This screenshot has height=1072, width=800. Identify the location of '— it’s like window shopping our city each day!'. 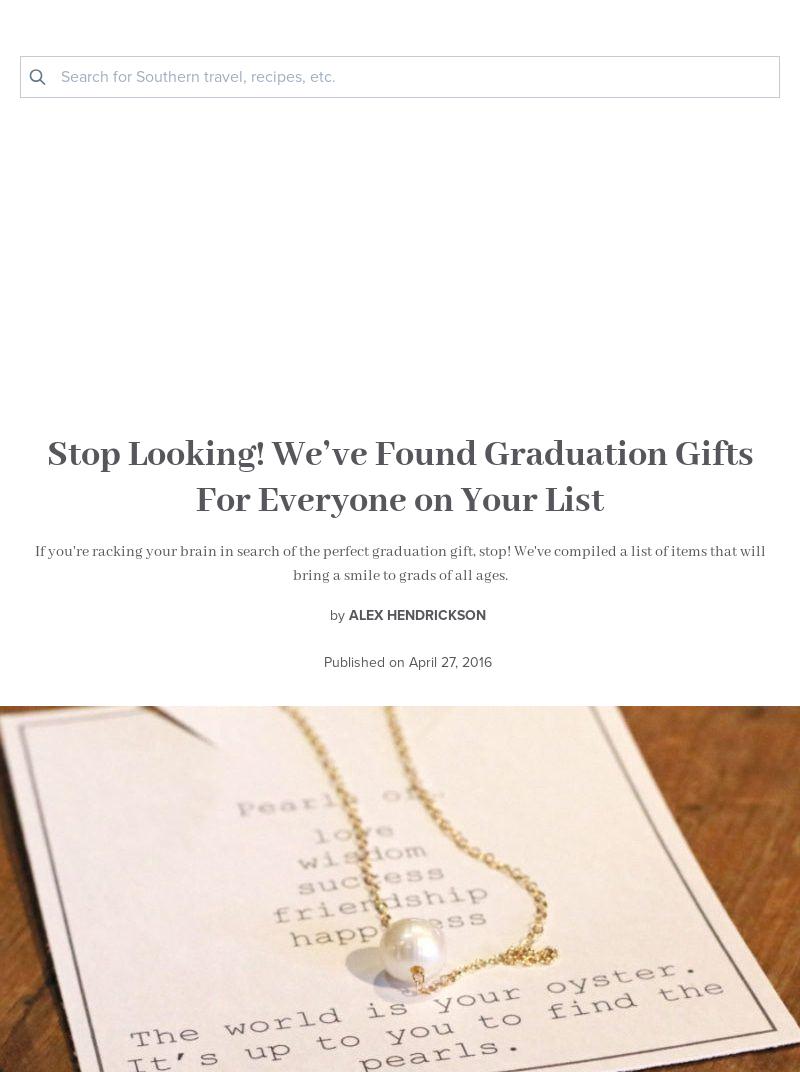
(397, 815).